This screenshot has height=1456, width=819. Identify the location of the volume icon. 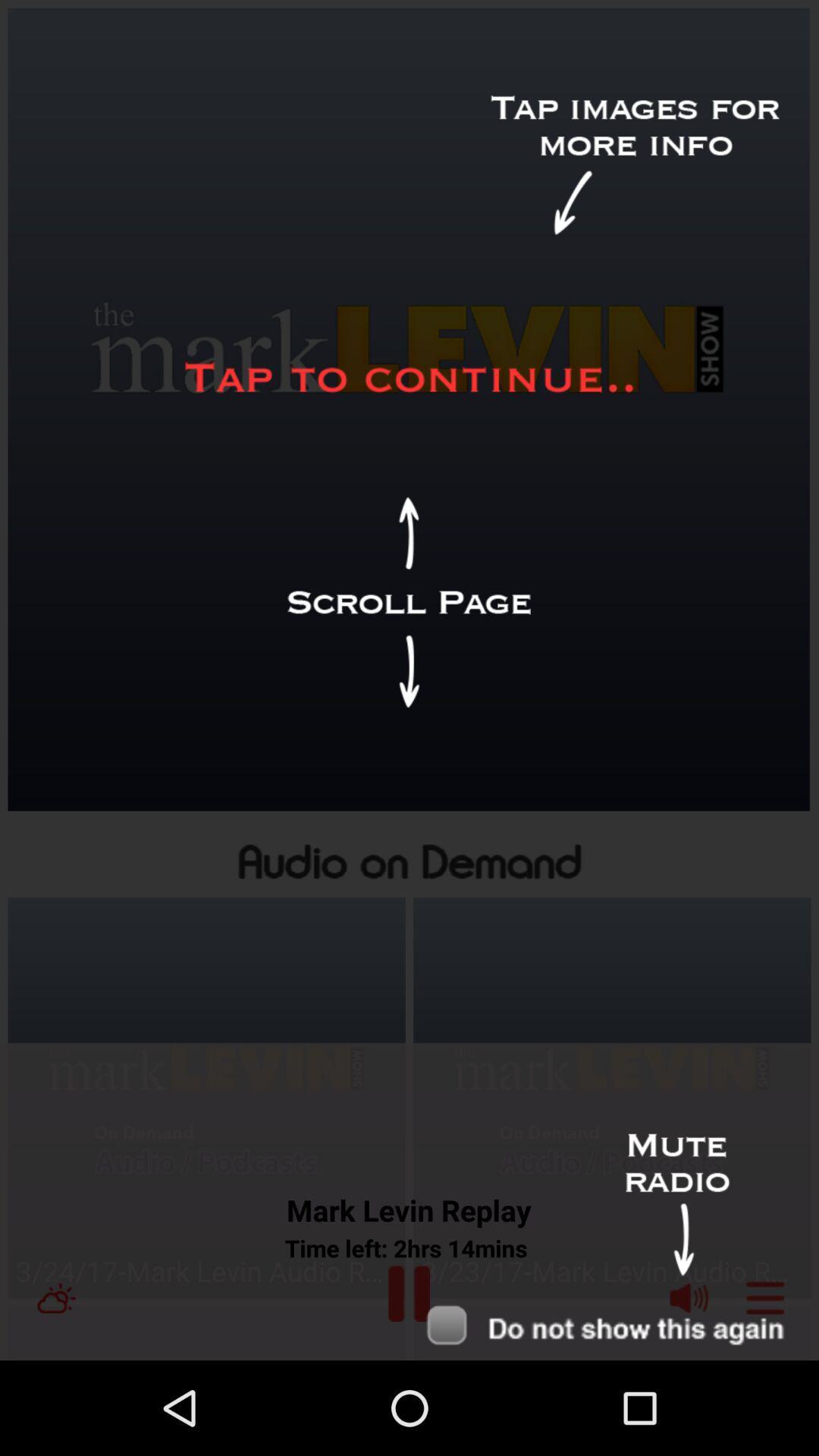
(689, 1389).